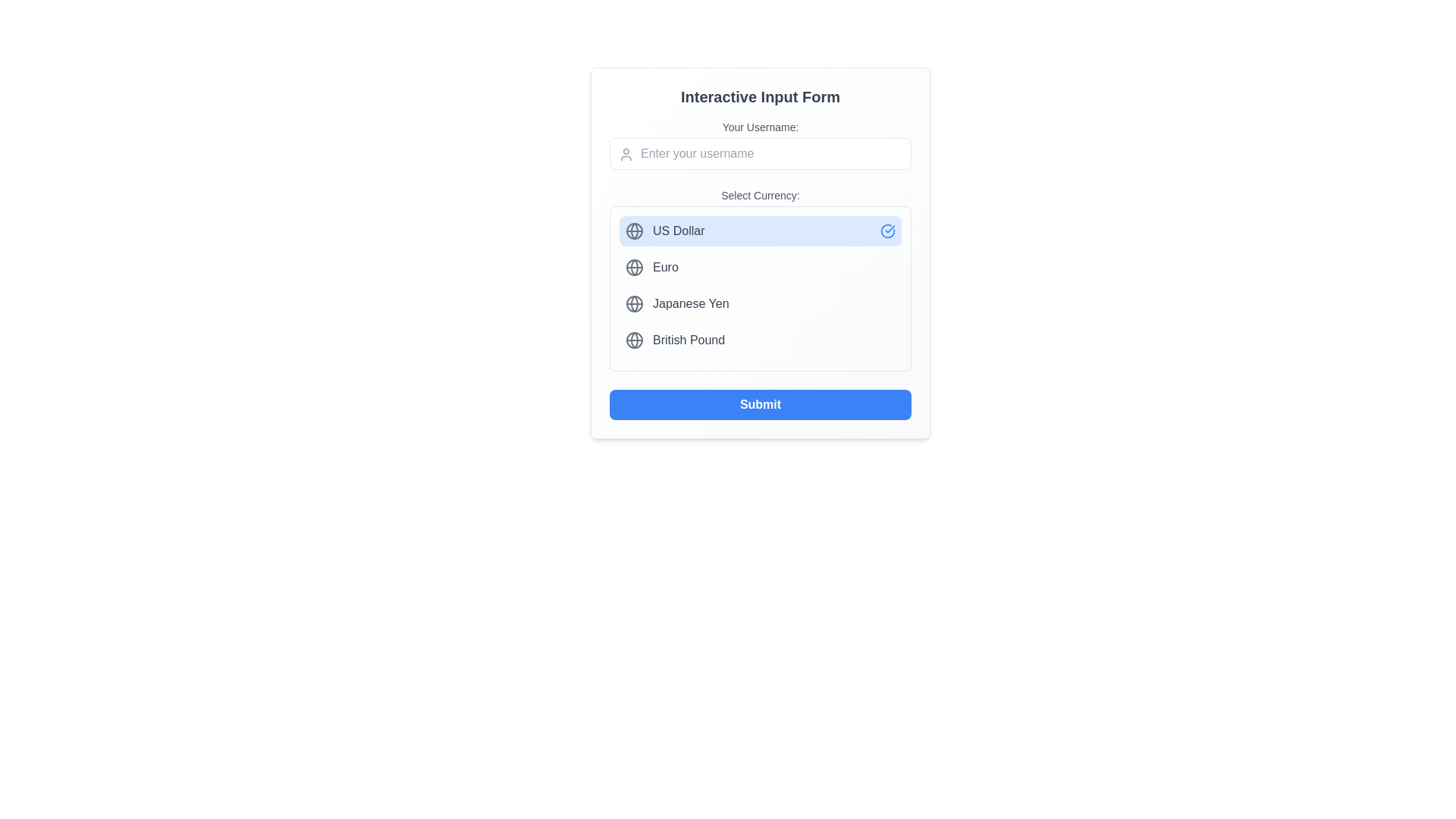 The image size is (1456, 819). What do you see at coordinates (634, 339) in the screenshot?
I see `the globe icon, which is a circular component styled as an icon, located before the text 'US Dollar' in the currency selection dropdown list` at bounding box center [634, 339].